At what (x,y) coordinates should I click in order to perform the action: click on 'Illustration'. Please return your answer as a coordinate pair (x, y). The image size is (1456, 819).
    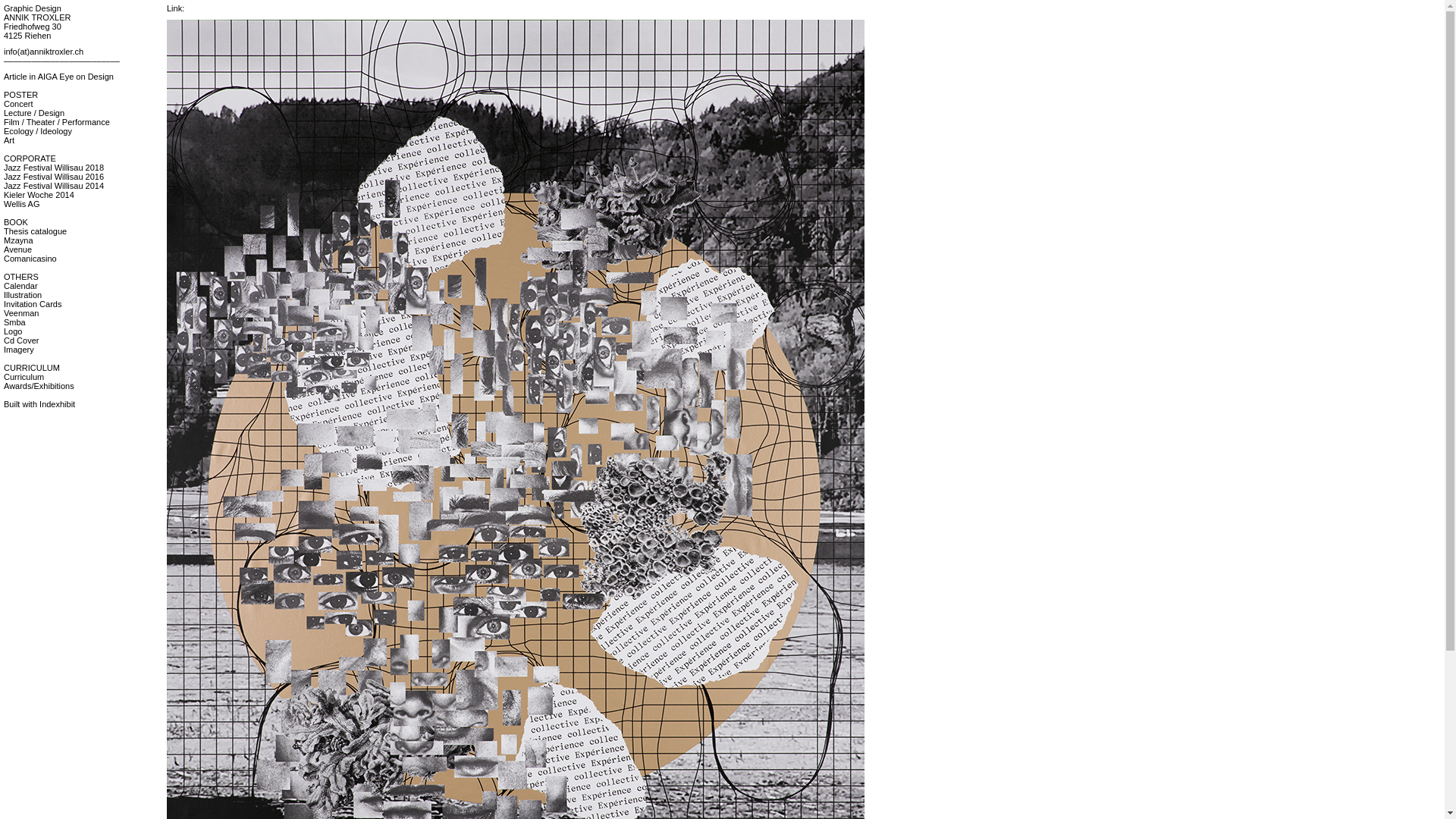
    Looking at the image, I should click on (3, 295).